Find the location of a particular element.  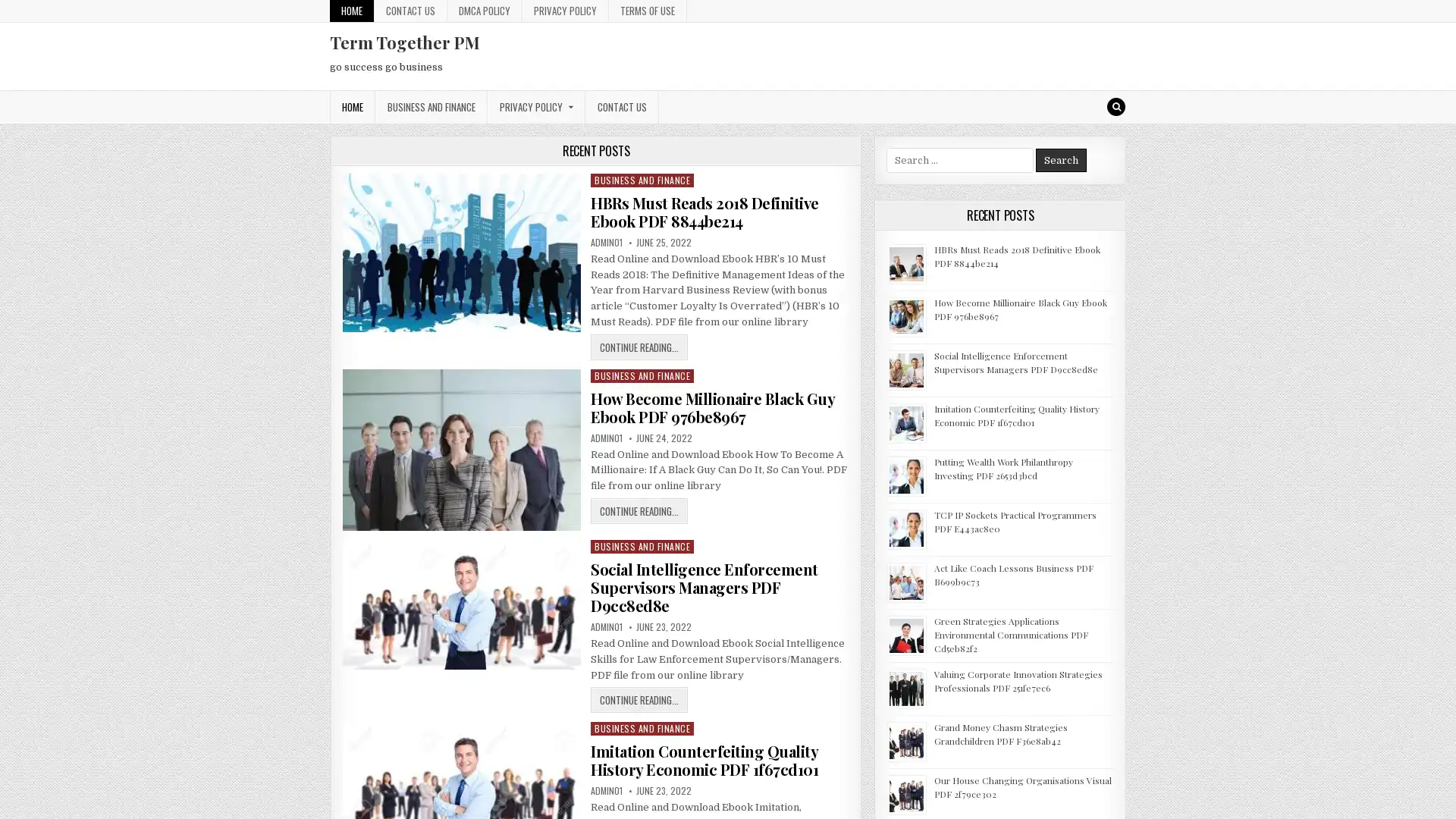

Search is located at coordinates (1060, 160).